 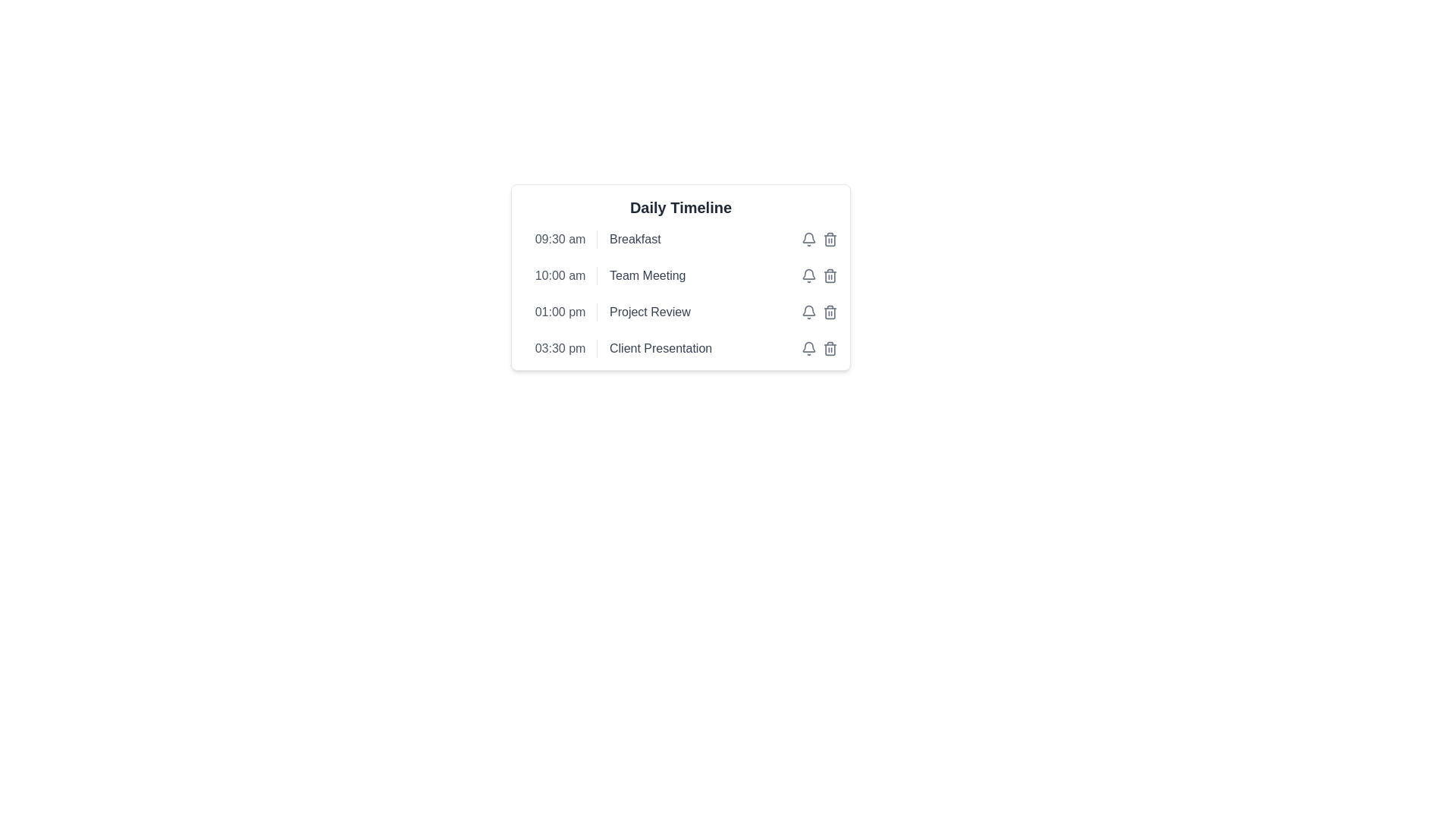 I want to click on the bell icon button used for managing notifications related to the 'Project Review' entry in the timeline, so click(x=808, y=312).